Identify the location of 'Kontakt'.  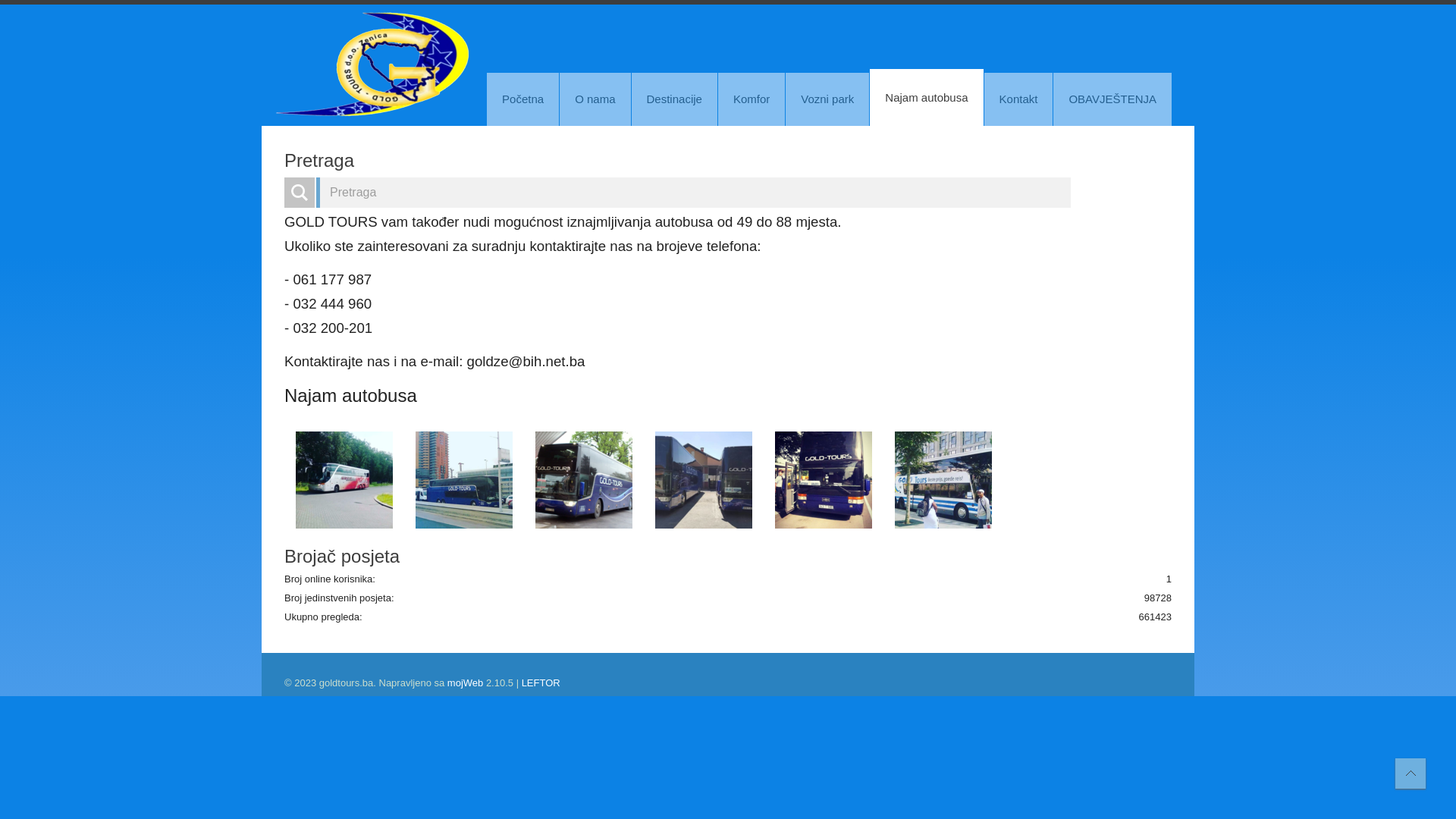
(1018, 99).